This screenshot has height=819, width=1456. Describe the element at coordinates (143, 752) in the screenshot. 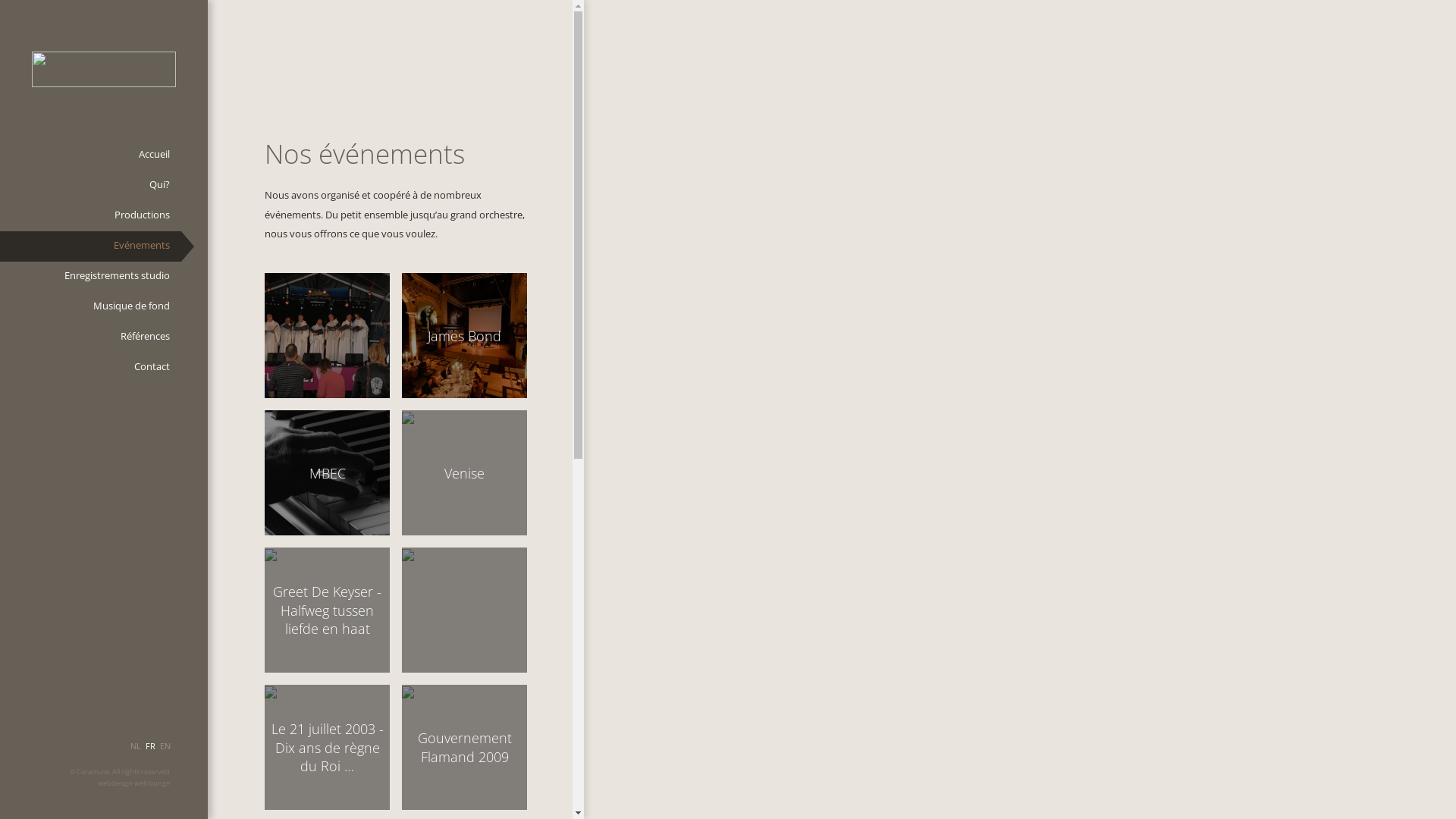

I see `'FR'` at that location.